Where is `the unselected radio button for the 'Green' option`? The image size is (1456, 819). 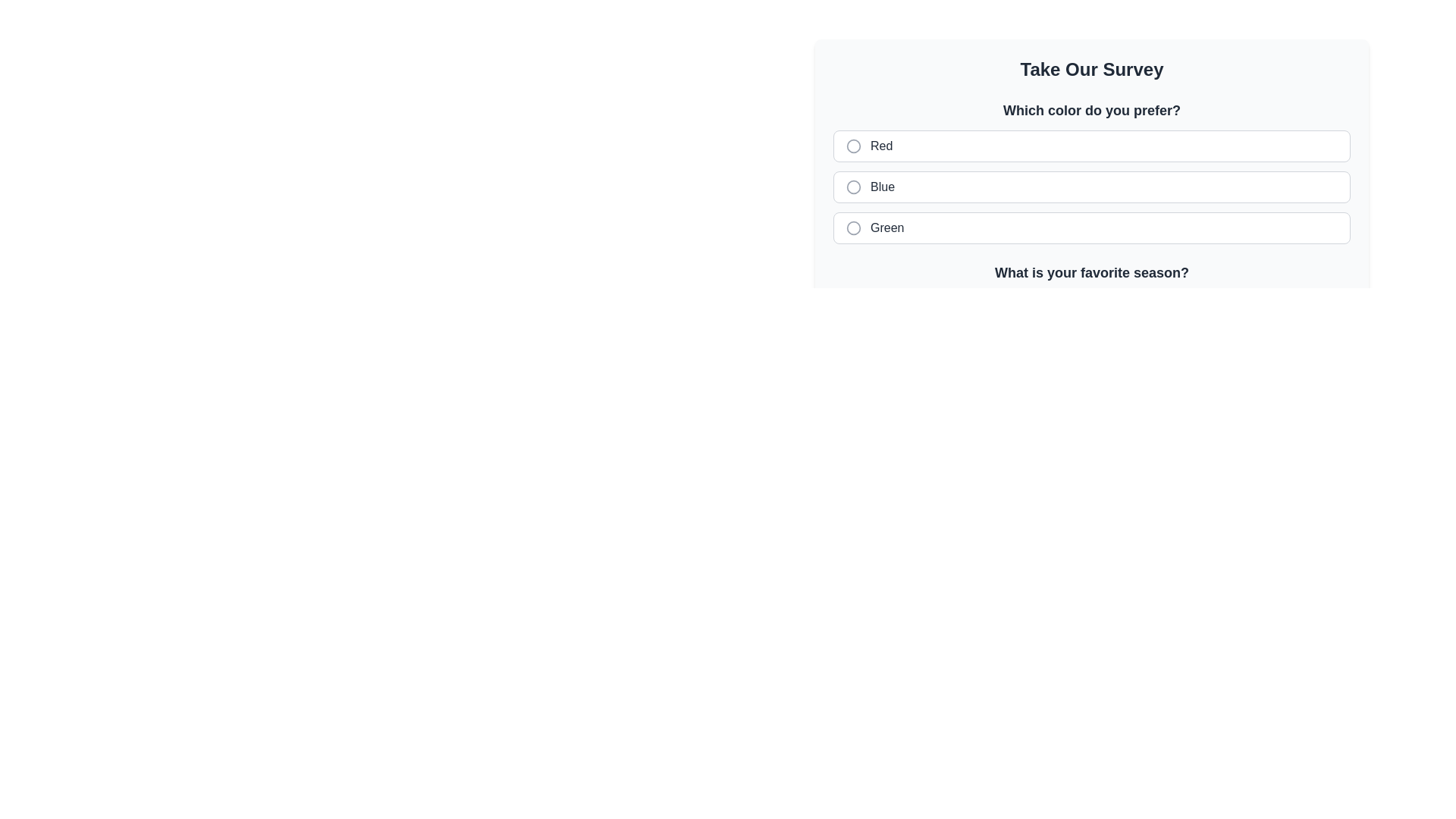
the unselected radio button for the 'Green' option is located at coordinates (854, 227).